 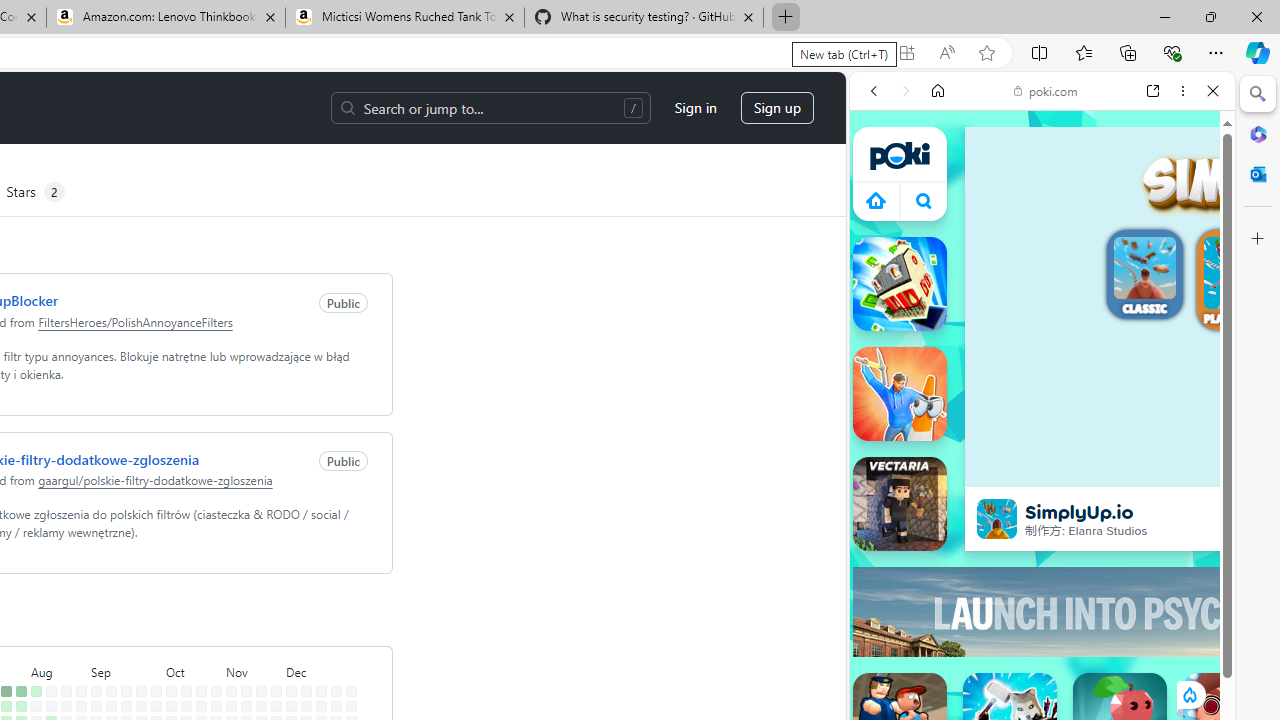 I want to click on 'Sports Games', so click(x=1041, y=666).